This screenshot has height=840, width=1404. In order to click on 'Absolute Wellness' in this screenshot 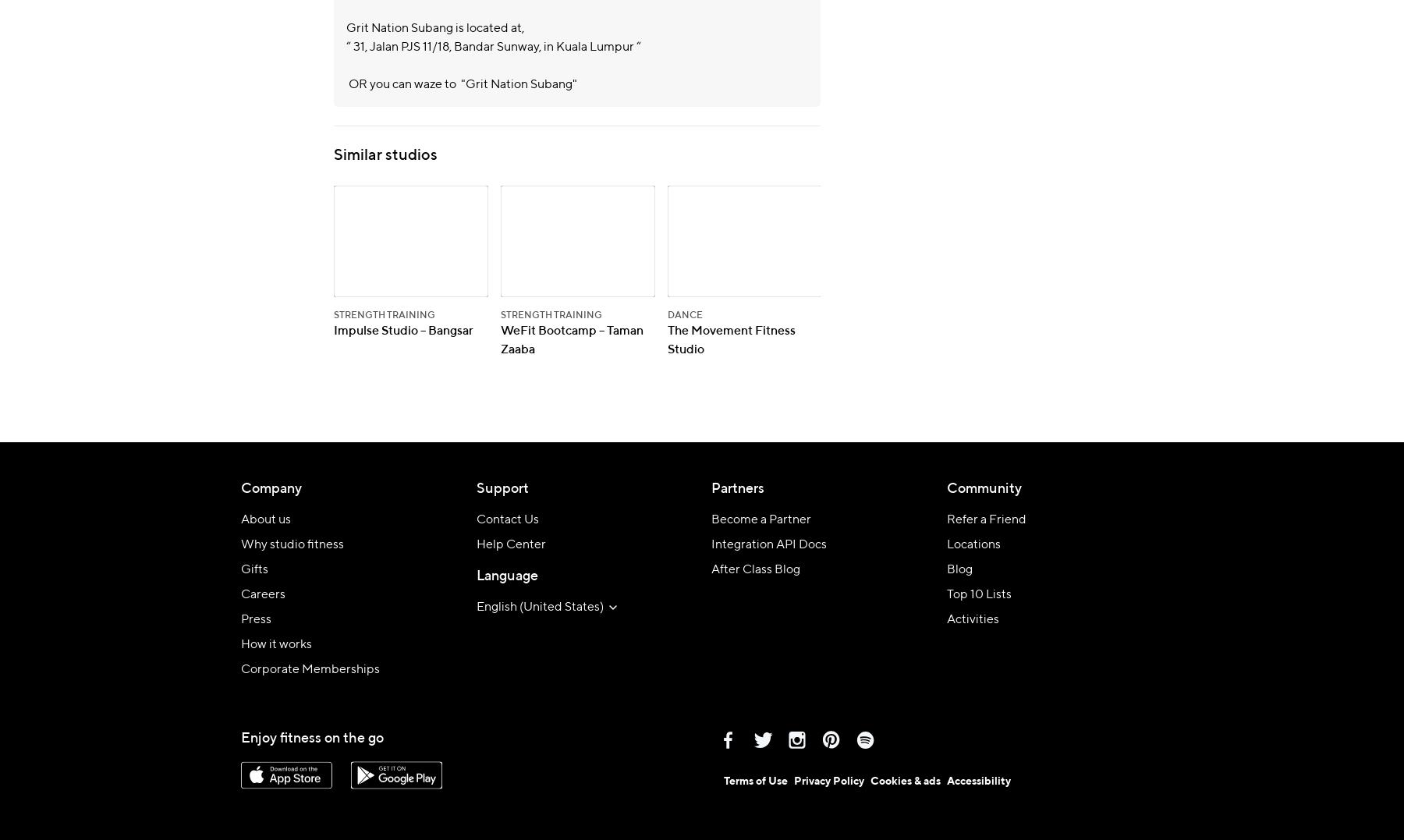, I will do `click(886, 330)`.